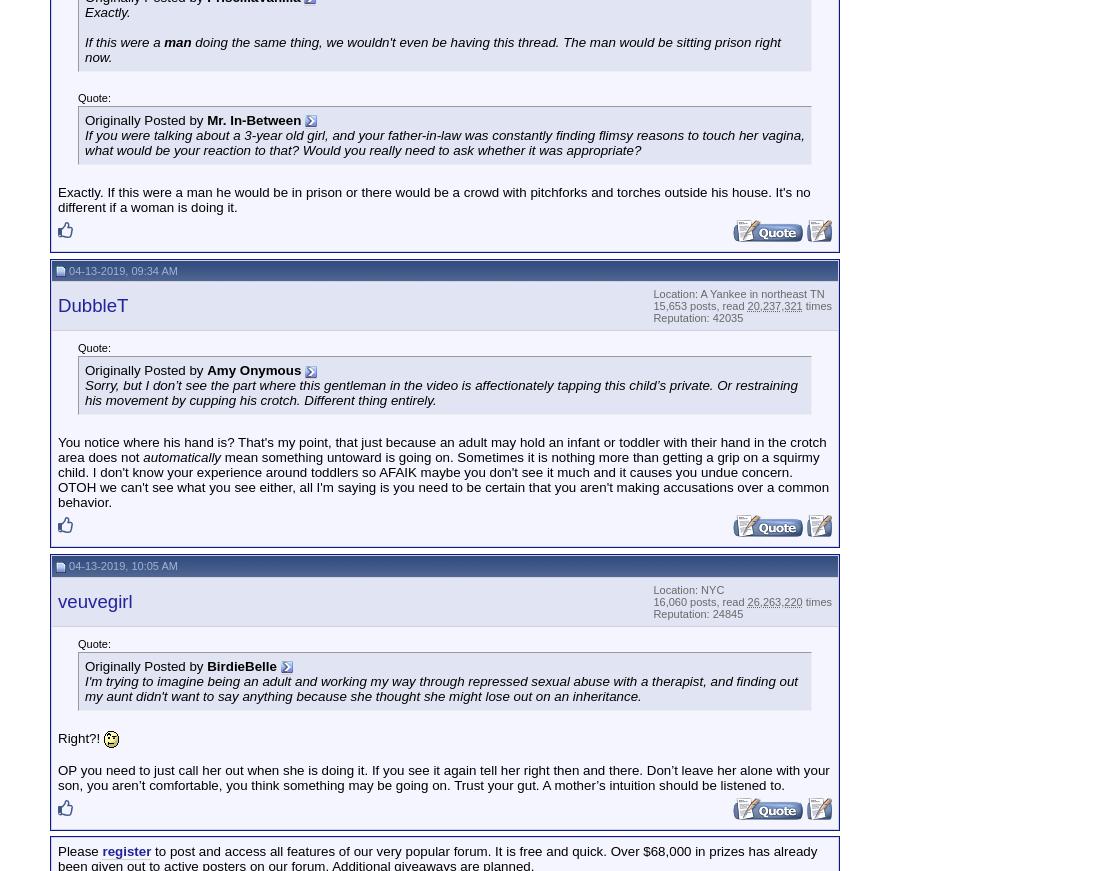  I want to click on 'If this were a', so click(124, 40).